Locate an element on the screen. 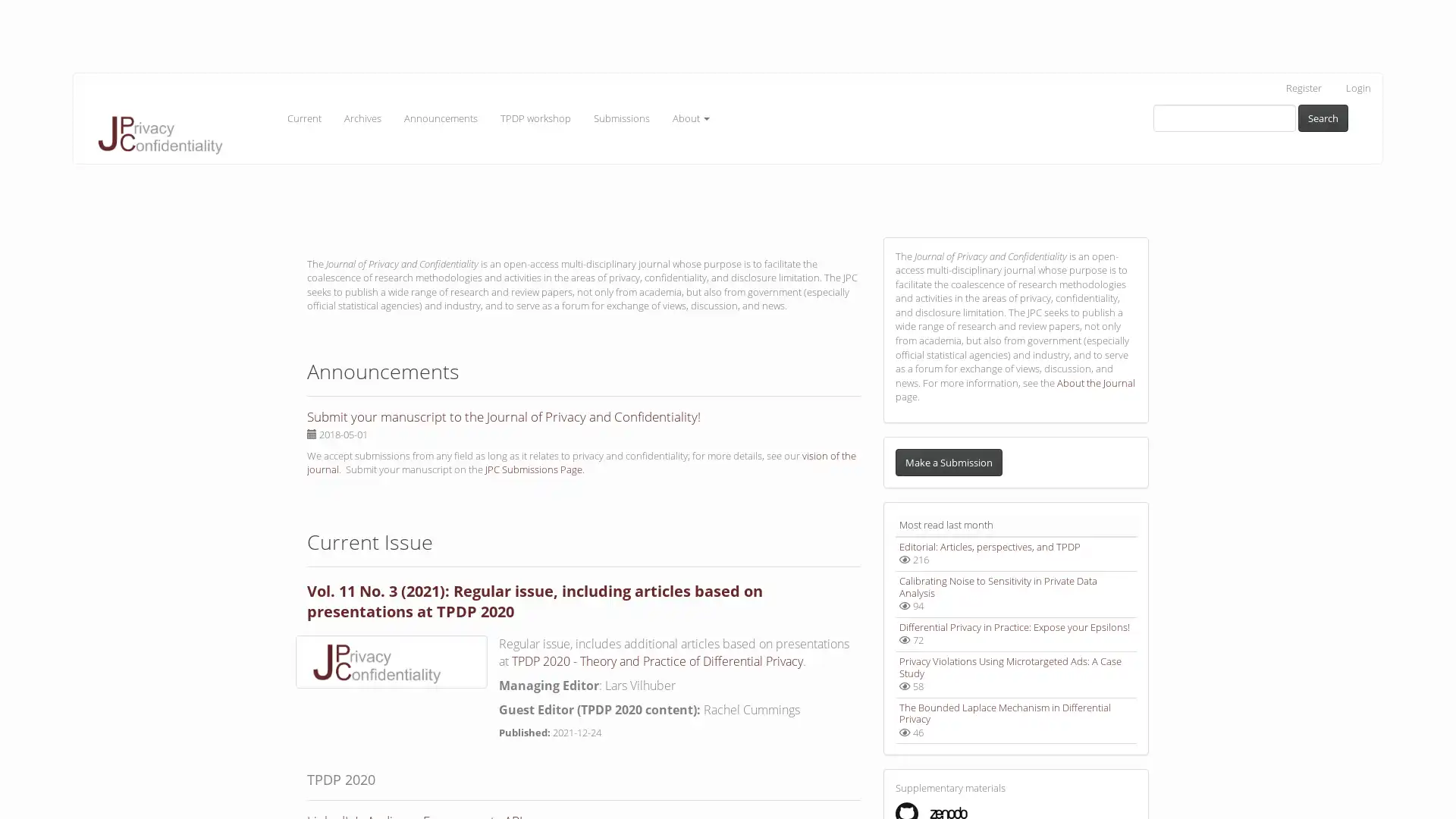  Search is located at coordinates (1323, 117).